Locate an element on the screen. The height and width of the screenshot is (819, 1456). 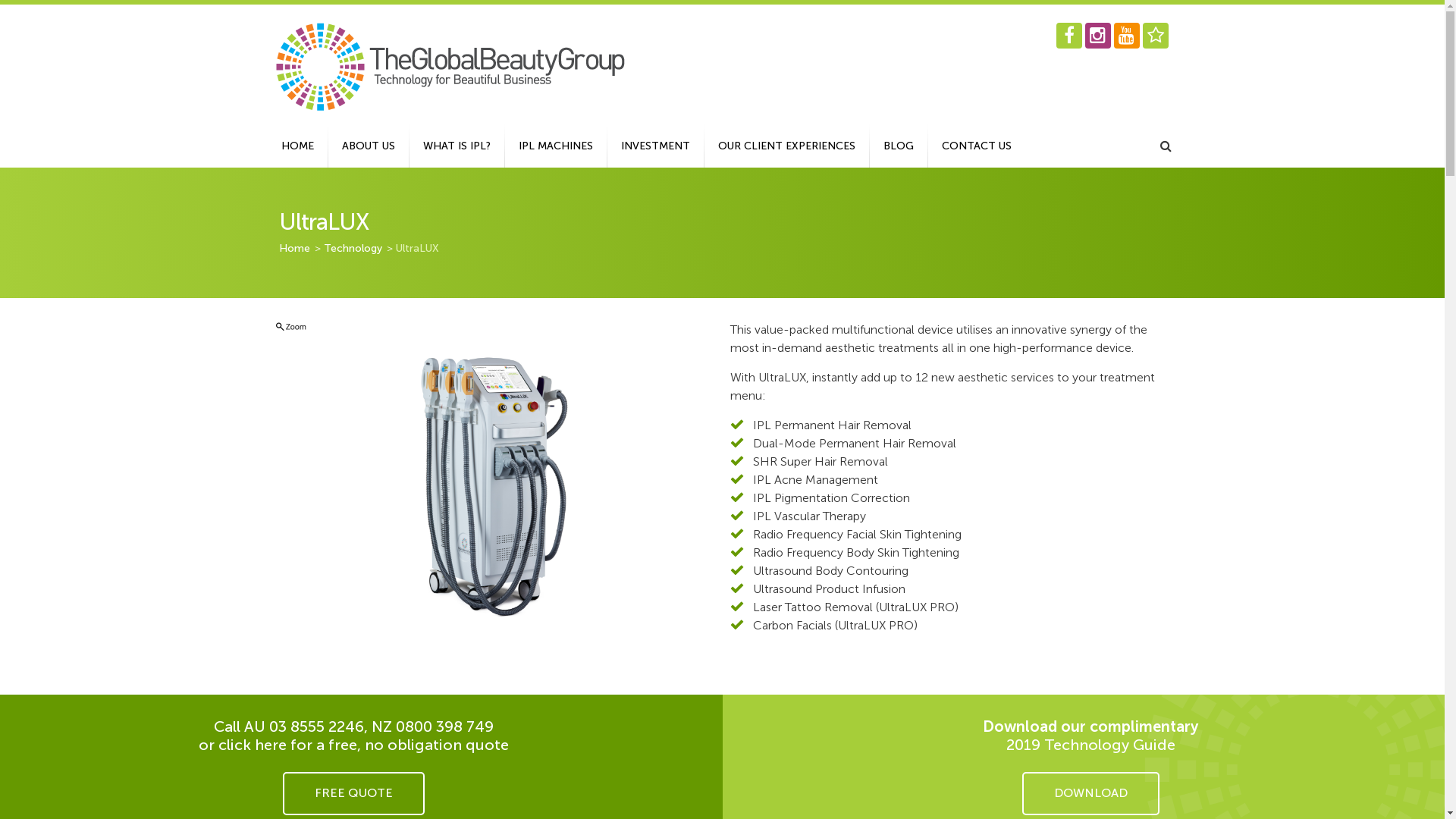
'FREE QUOTE' is located at coordinates (353, 792).